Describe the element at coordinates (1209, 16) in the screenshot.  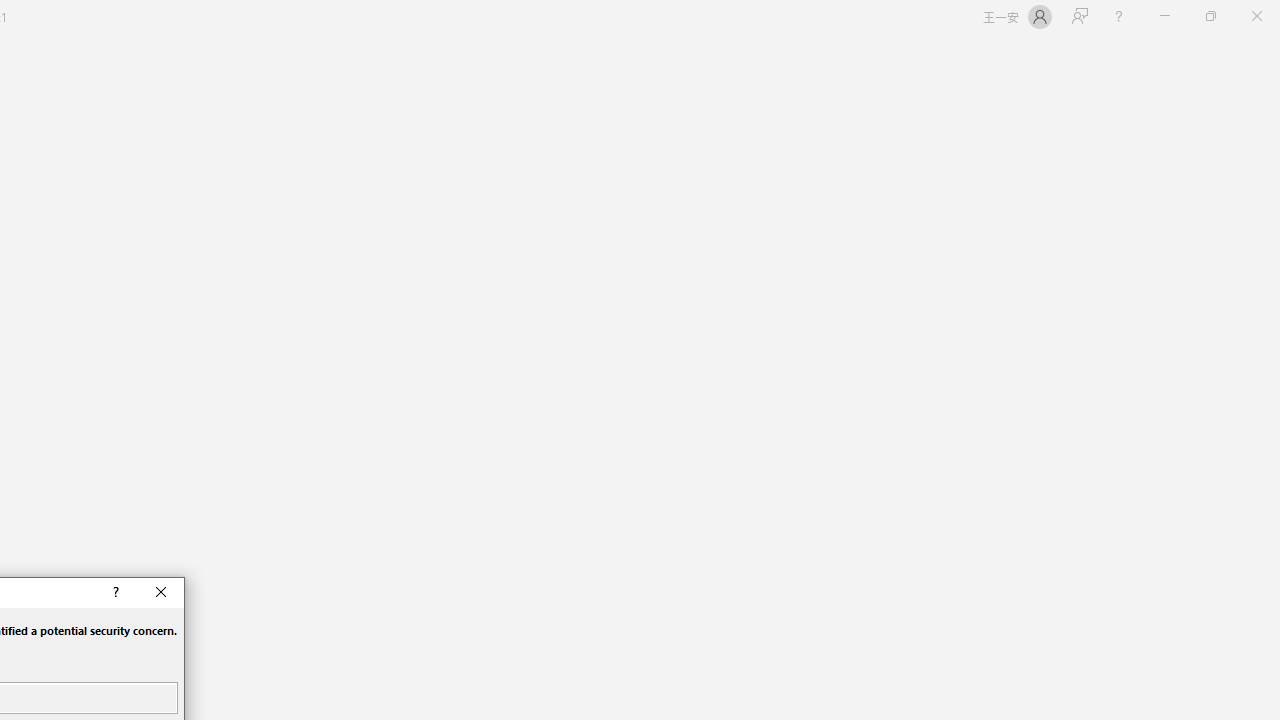
I see `'Restore Down'` at that location.